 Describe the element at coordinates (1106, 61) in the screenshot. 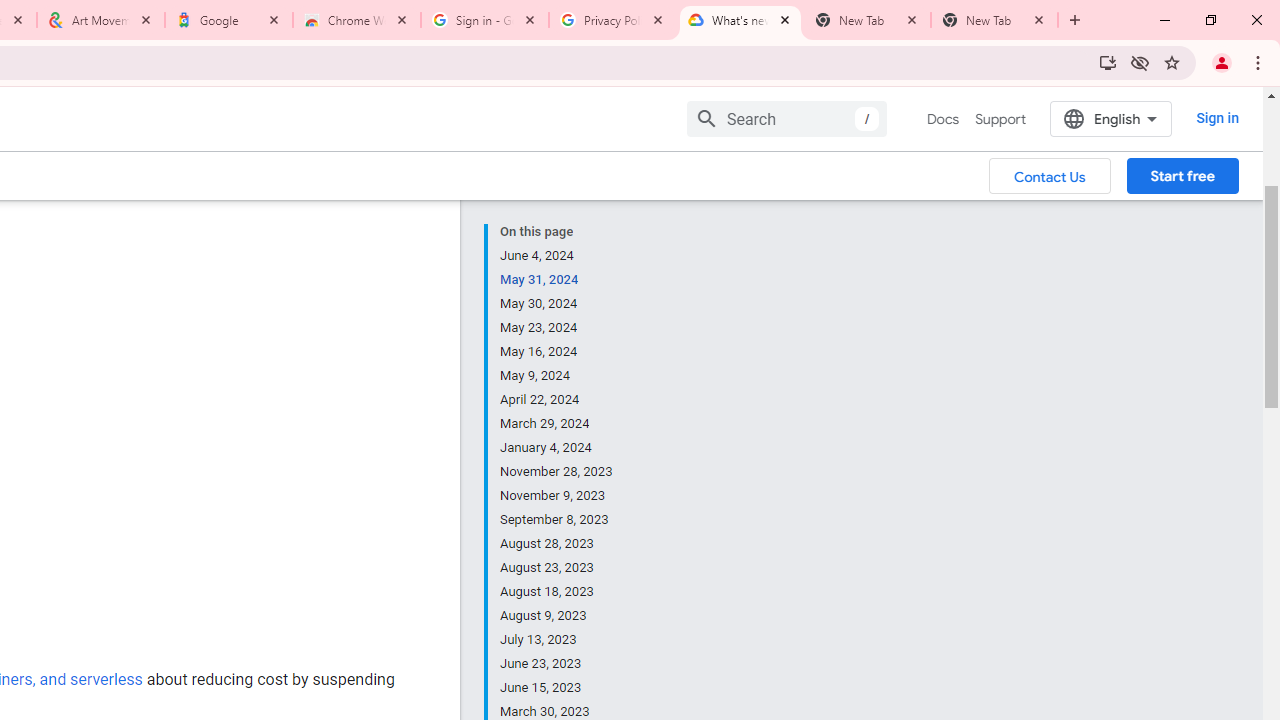

I see `'Install Google Cloud'` at that location.